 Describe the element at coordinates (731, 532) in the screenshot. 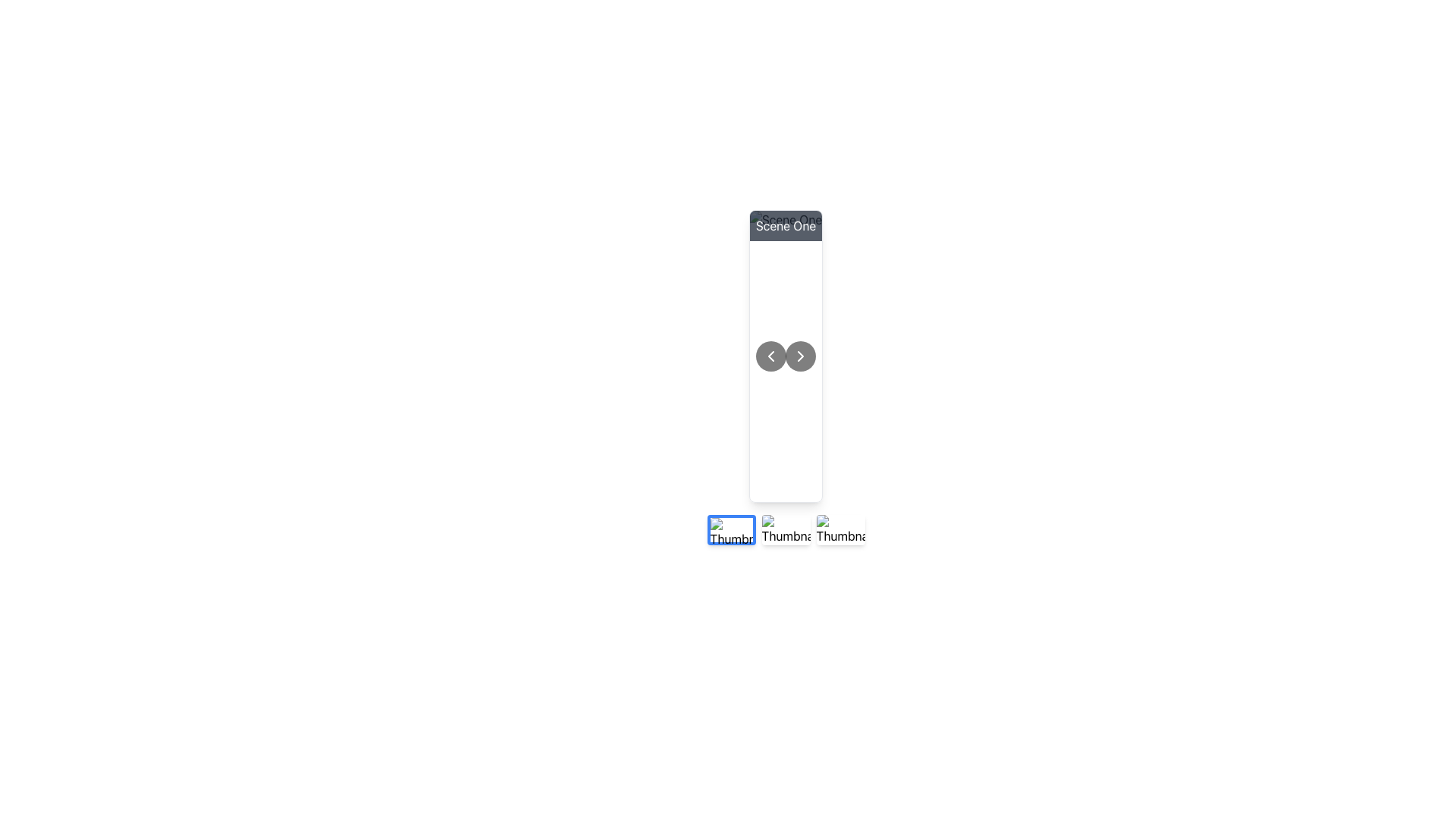

I see `the thumbnail image element with rounded corners and alt text 'Thumbnail', located near the bottom-left area of the interface` at that location.